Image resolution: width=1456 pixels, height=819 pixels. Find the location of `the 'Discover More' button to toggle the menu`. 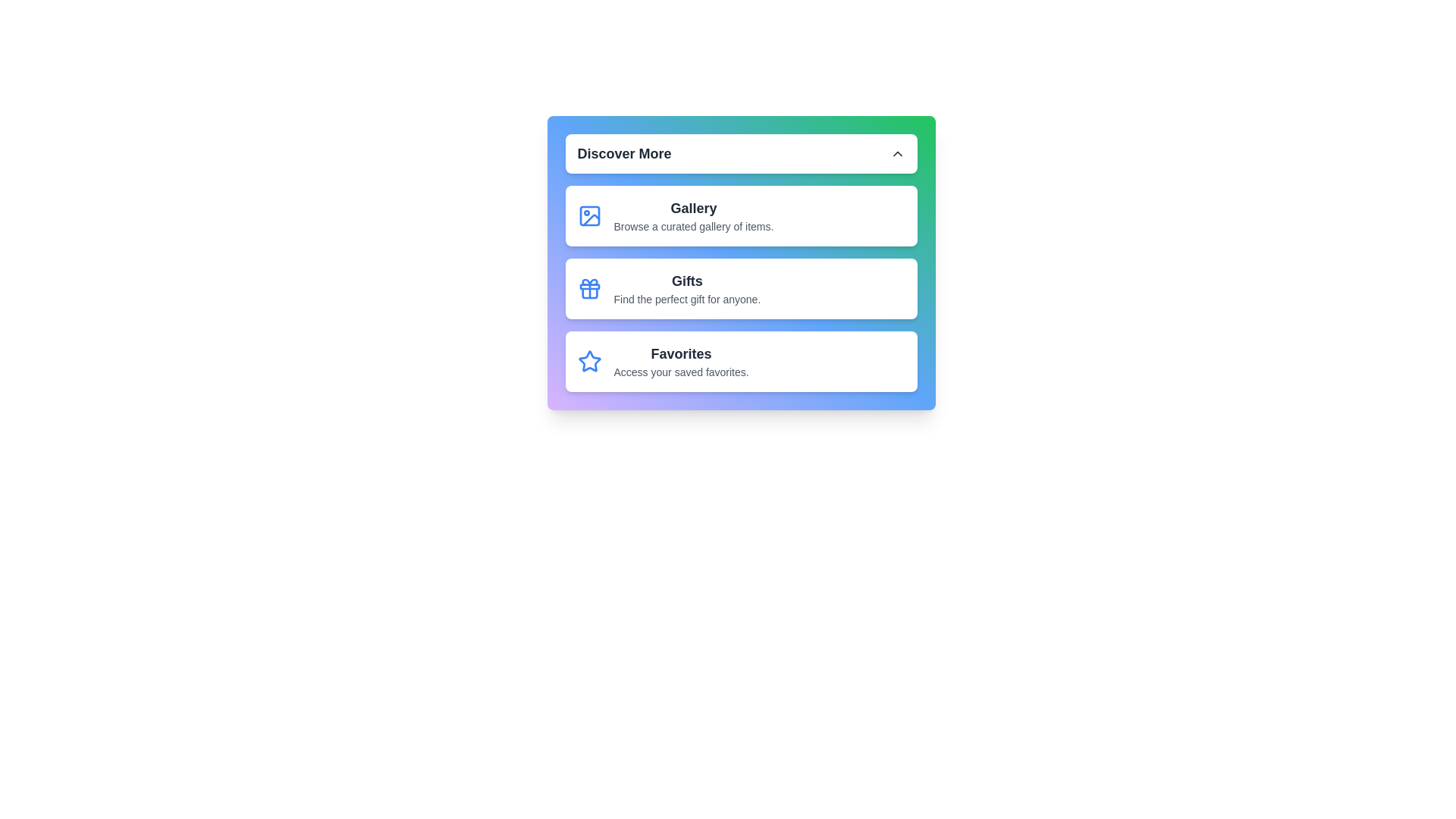

the 'Discover More' button to toggle the menu is located at coordinates (741, 154).